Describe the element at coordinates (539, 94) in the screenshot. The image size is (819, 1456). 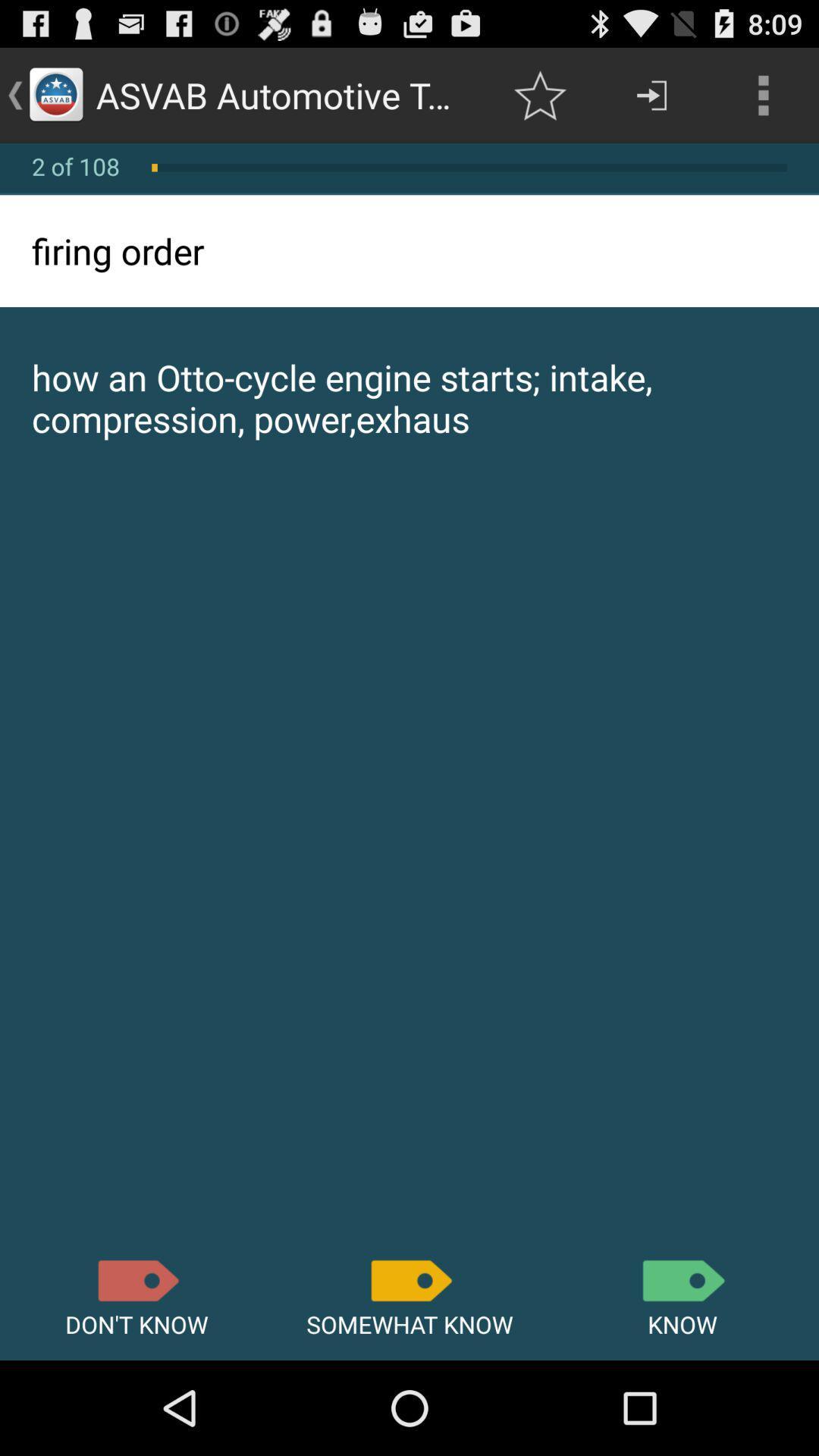
I see `the item next to asvab automotive terminologies item` at that location.